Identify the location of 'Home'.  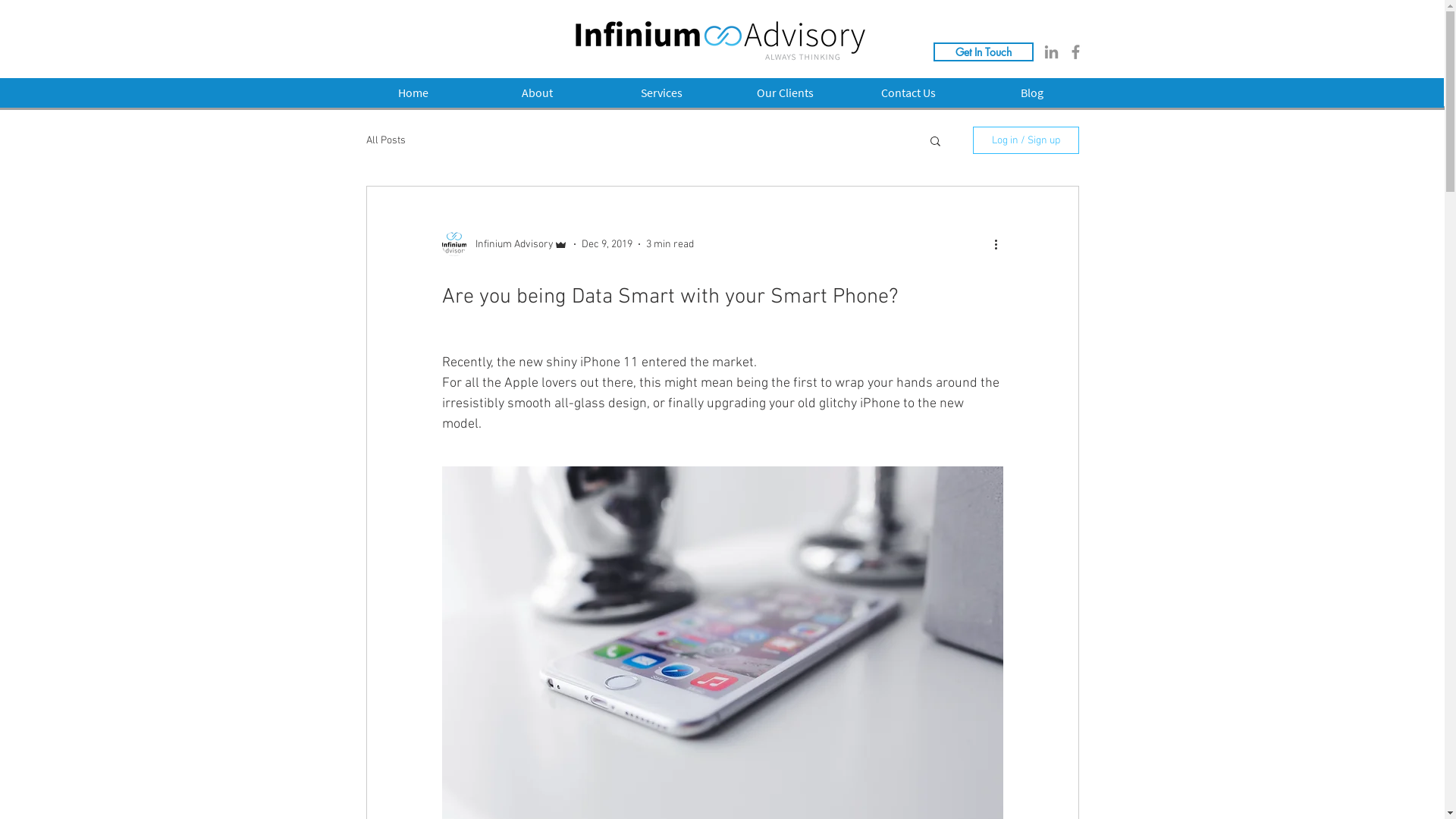
(412, 93).